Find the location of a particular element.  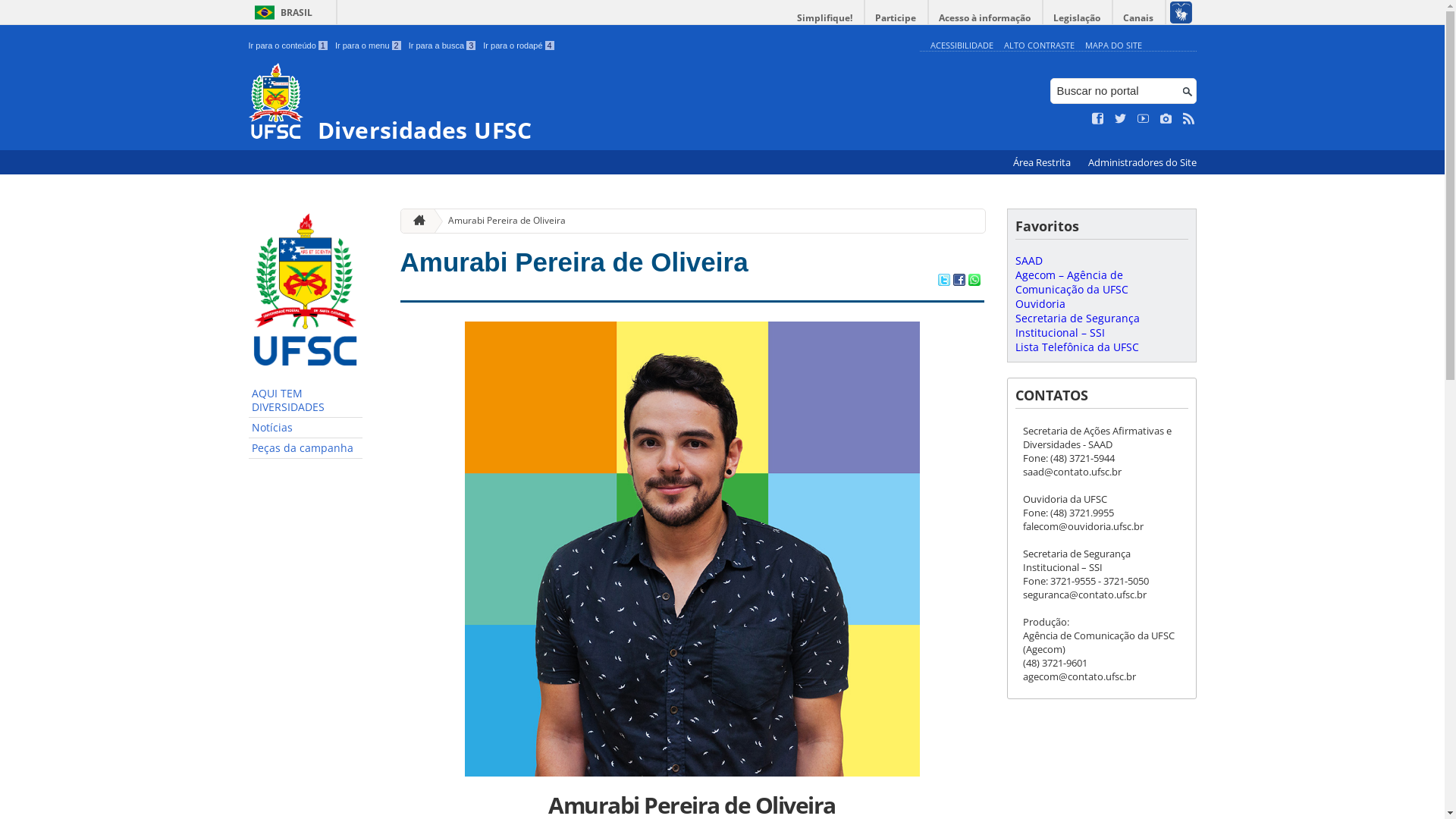

'ALTO CONTRASTE' is located at coordinates (1038, 44).